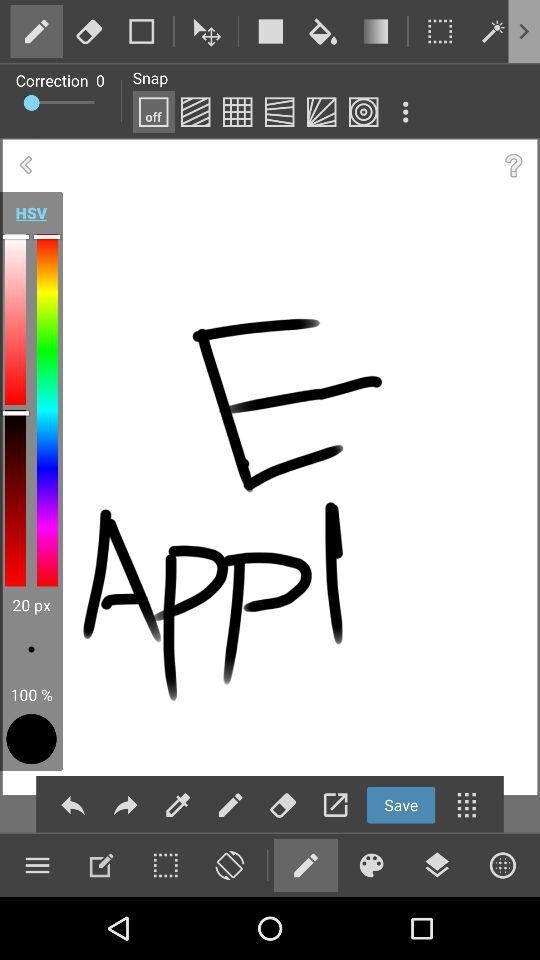  Describe the element at coordinates (323, 30) in the screenshot. I see `fill paint` at that location.